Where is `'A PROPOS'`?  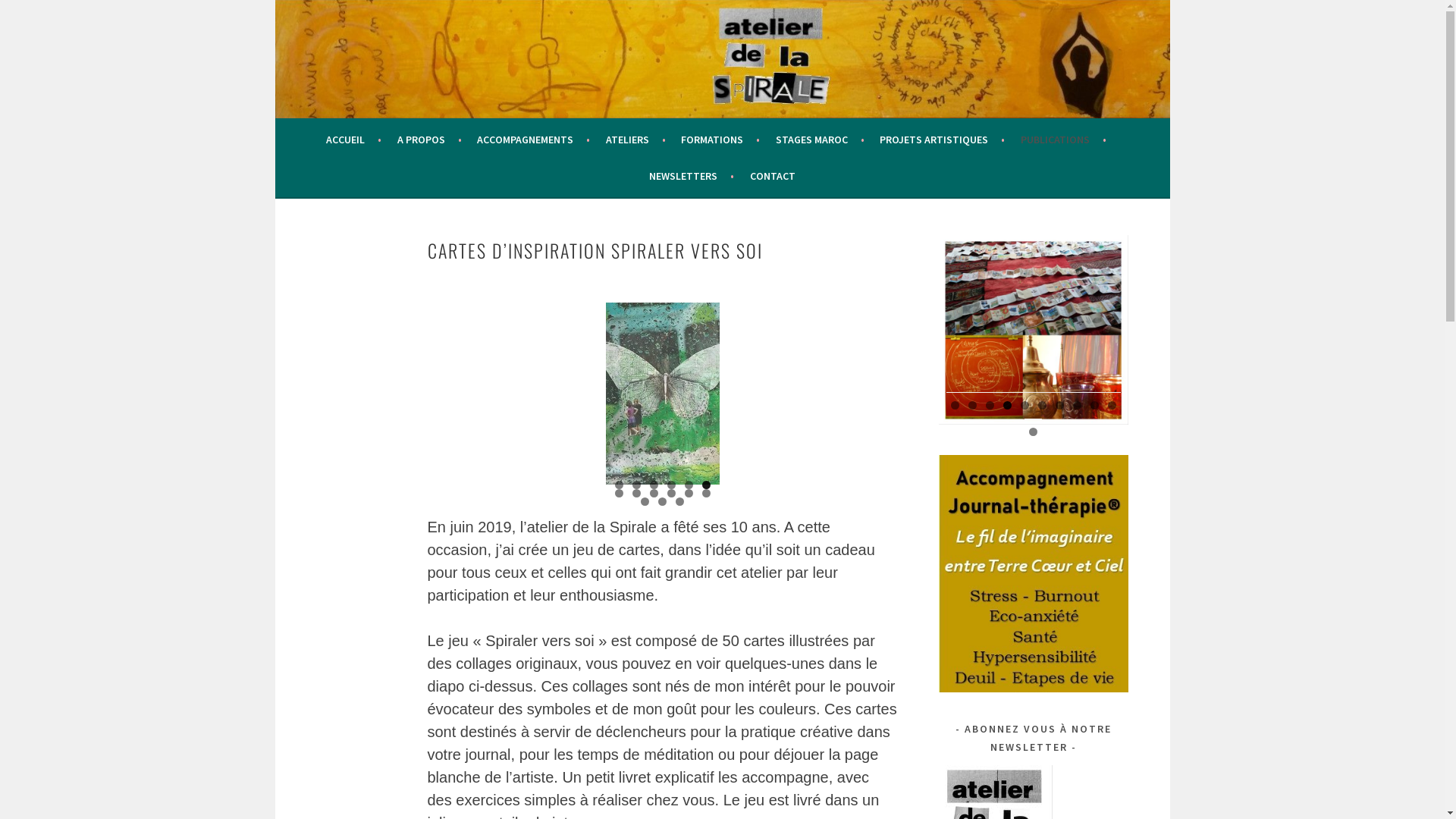
'A PROPOS' is located at coordinates (428, 140).